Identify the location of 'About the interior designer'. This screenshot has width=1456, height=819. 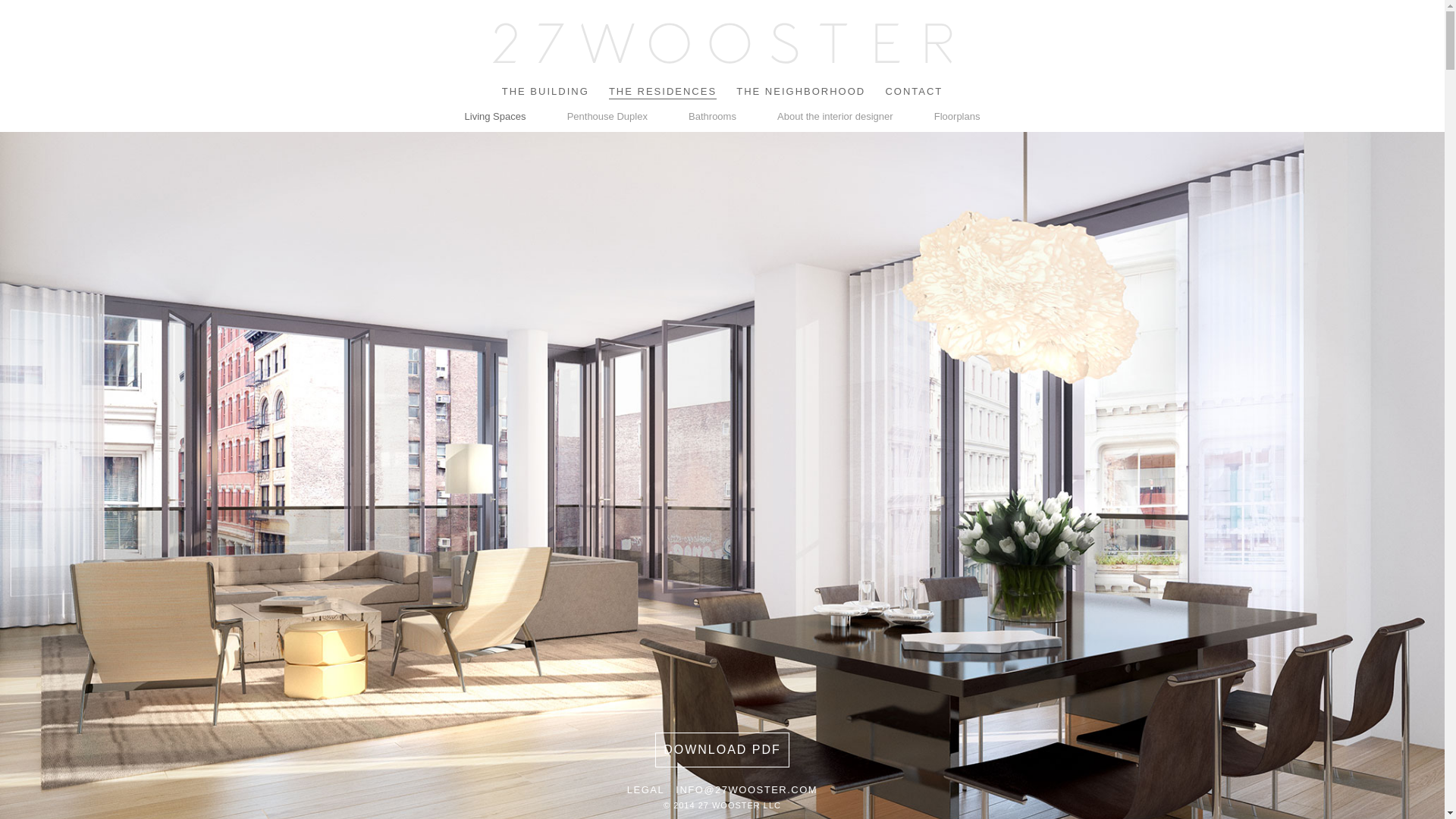
(833, 115).